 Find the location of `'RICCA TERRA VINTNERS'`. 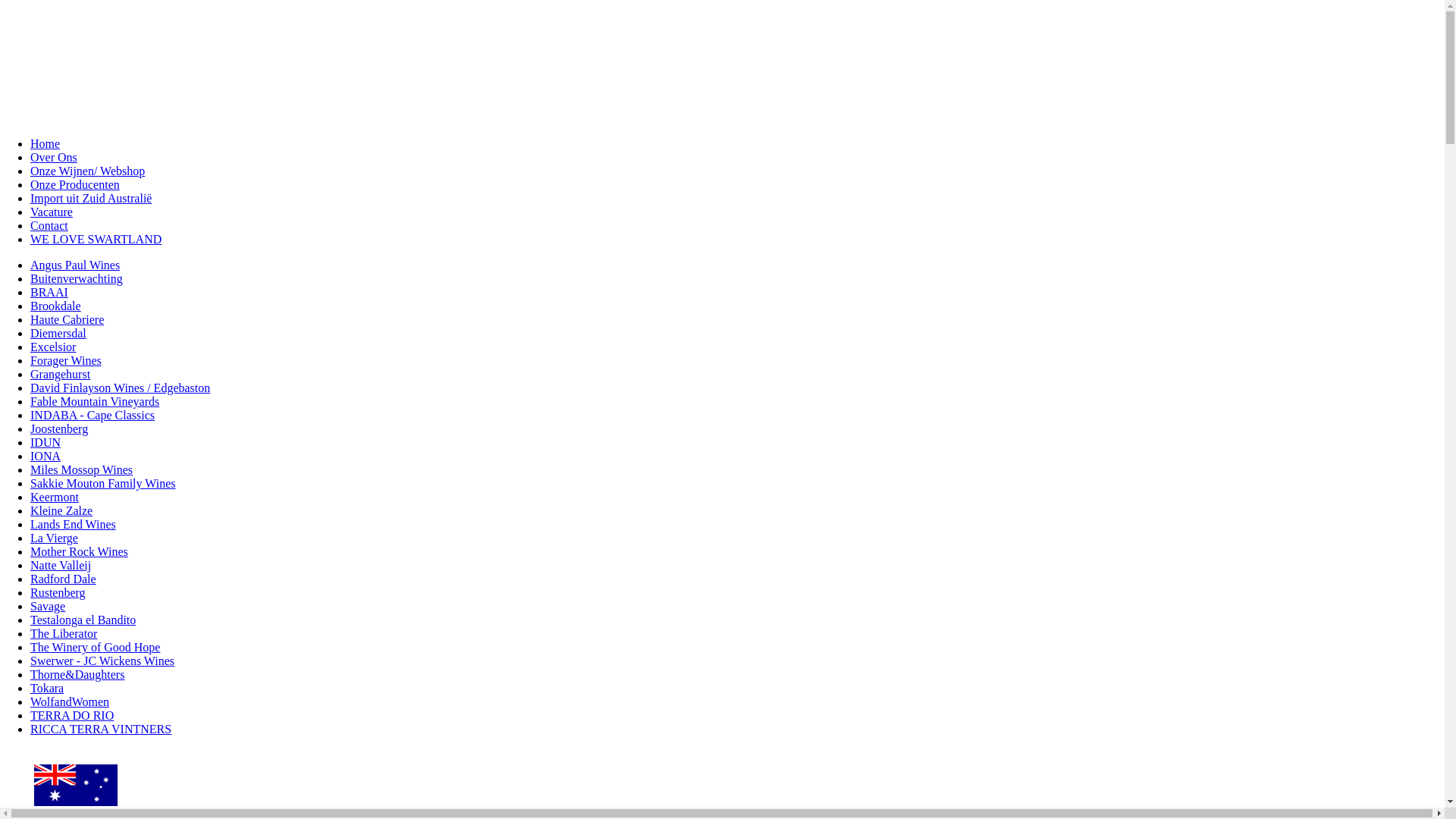

'RICCA TERRA VINTNERS' is located at coordinates (100, 728).